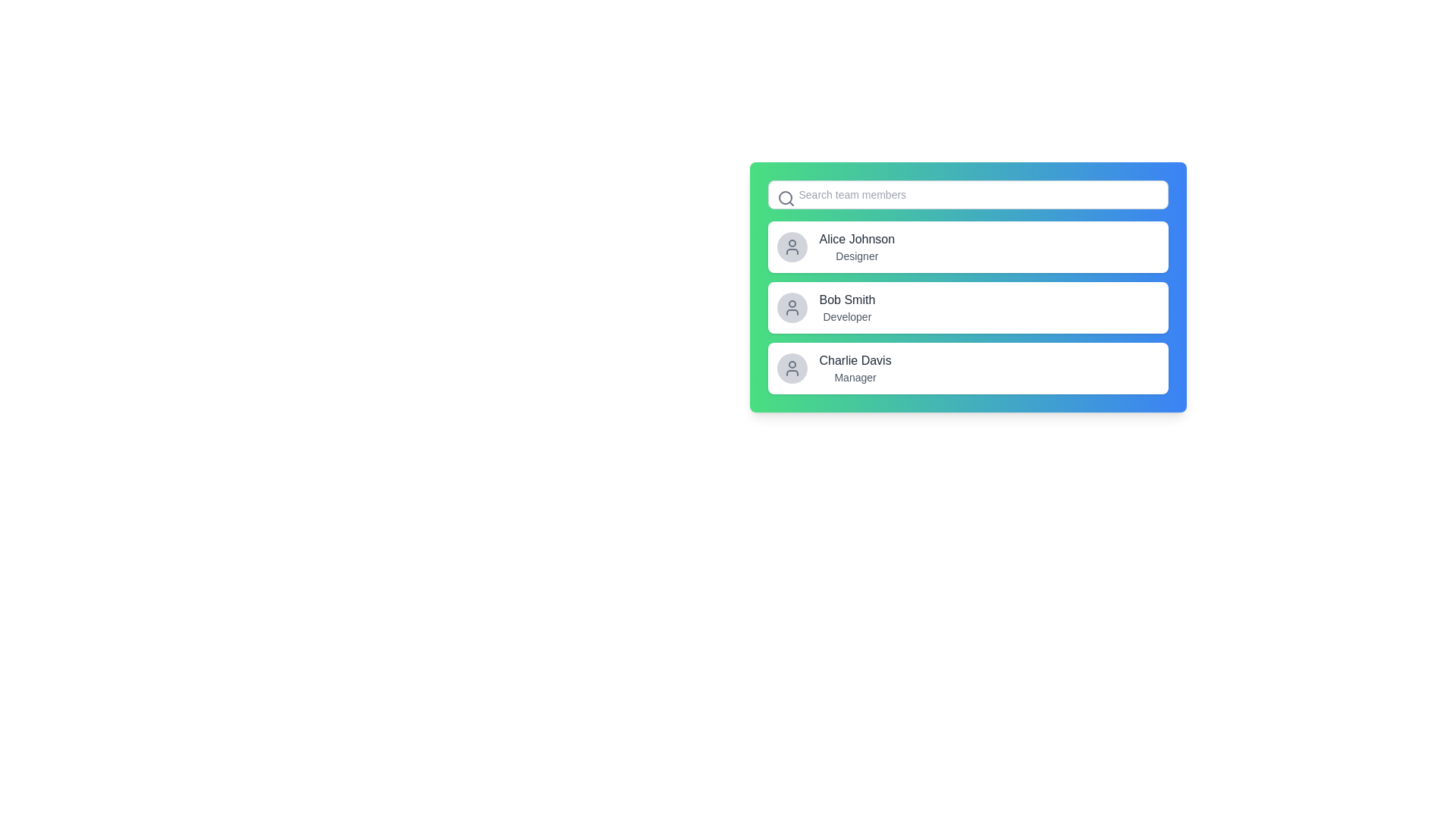  What do you see at coordinates (855, 369) in the screenshot?
I see `the Text Display Unit containing the name 'Charlie Davis' and the descriptor 'Manager'` at bounding box center [855, 369].